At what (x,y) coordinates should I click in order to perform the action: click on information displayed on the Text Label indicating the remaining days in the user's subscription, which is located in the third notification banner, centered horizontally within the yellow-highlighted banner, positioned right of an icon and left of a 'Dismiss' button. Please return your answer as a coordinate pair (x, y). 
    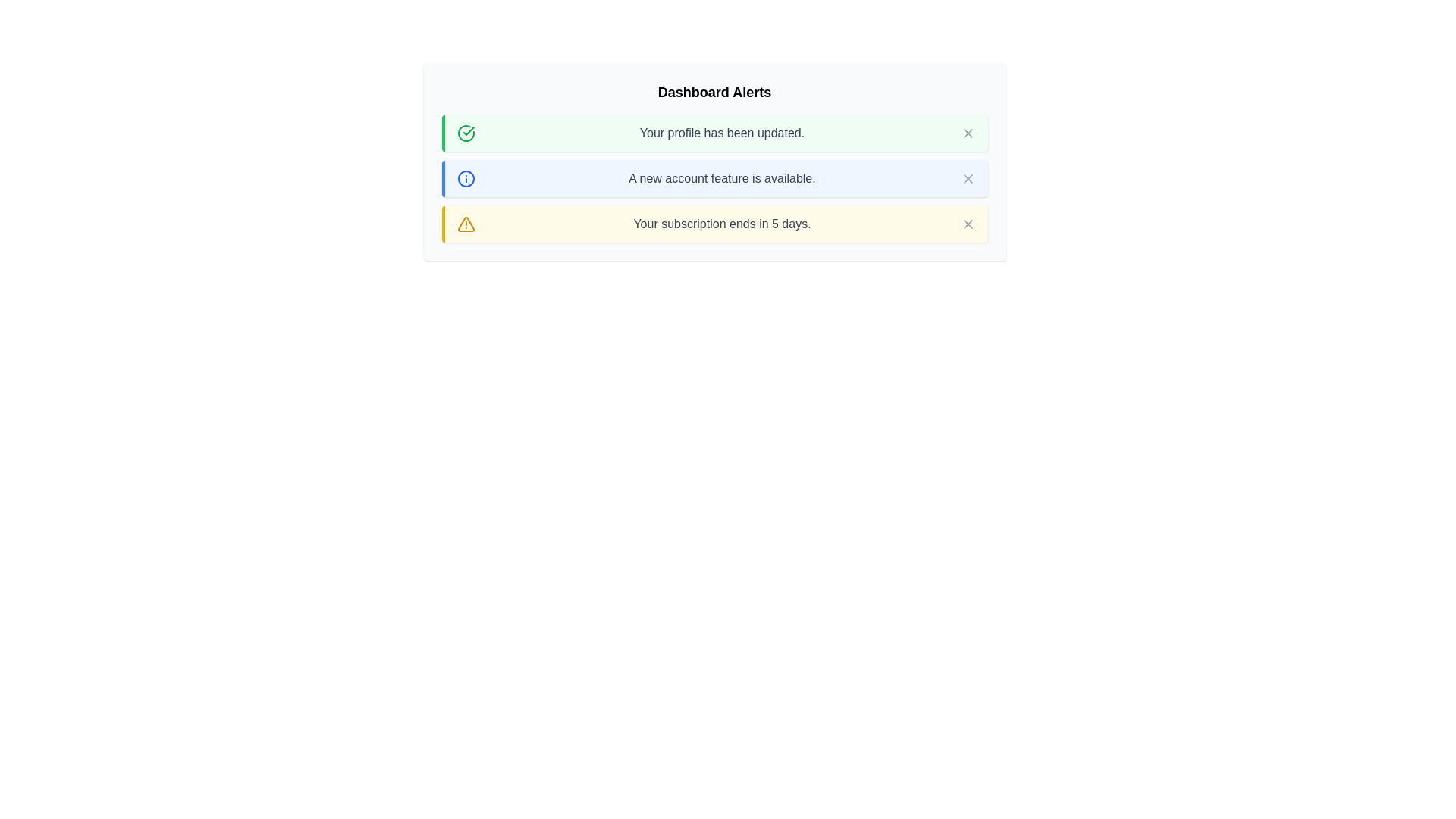
    Looking at the image, I should click on (721, 224).